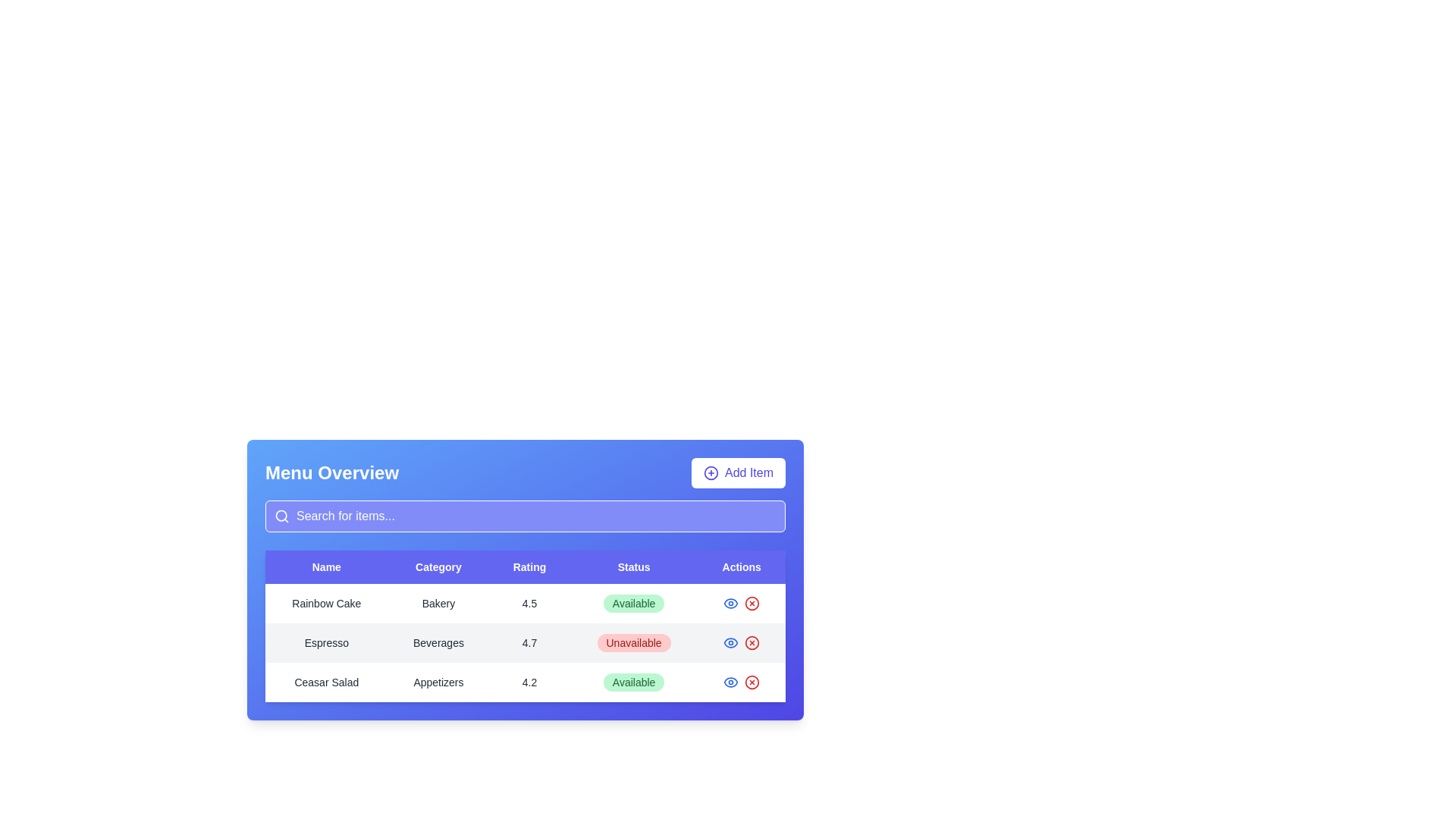 This screenshot has height=819, width=1456. I want to click on the button located in the second row of the 'Actions' column next to the eye icon, so click(752, 643).